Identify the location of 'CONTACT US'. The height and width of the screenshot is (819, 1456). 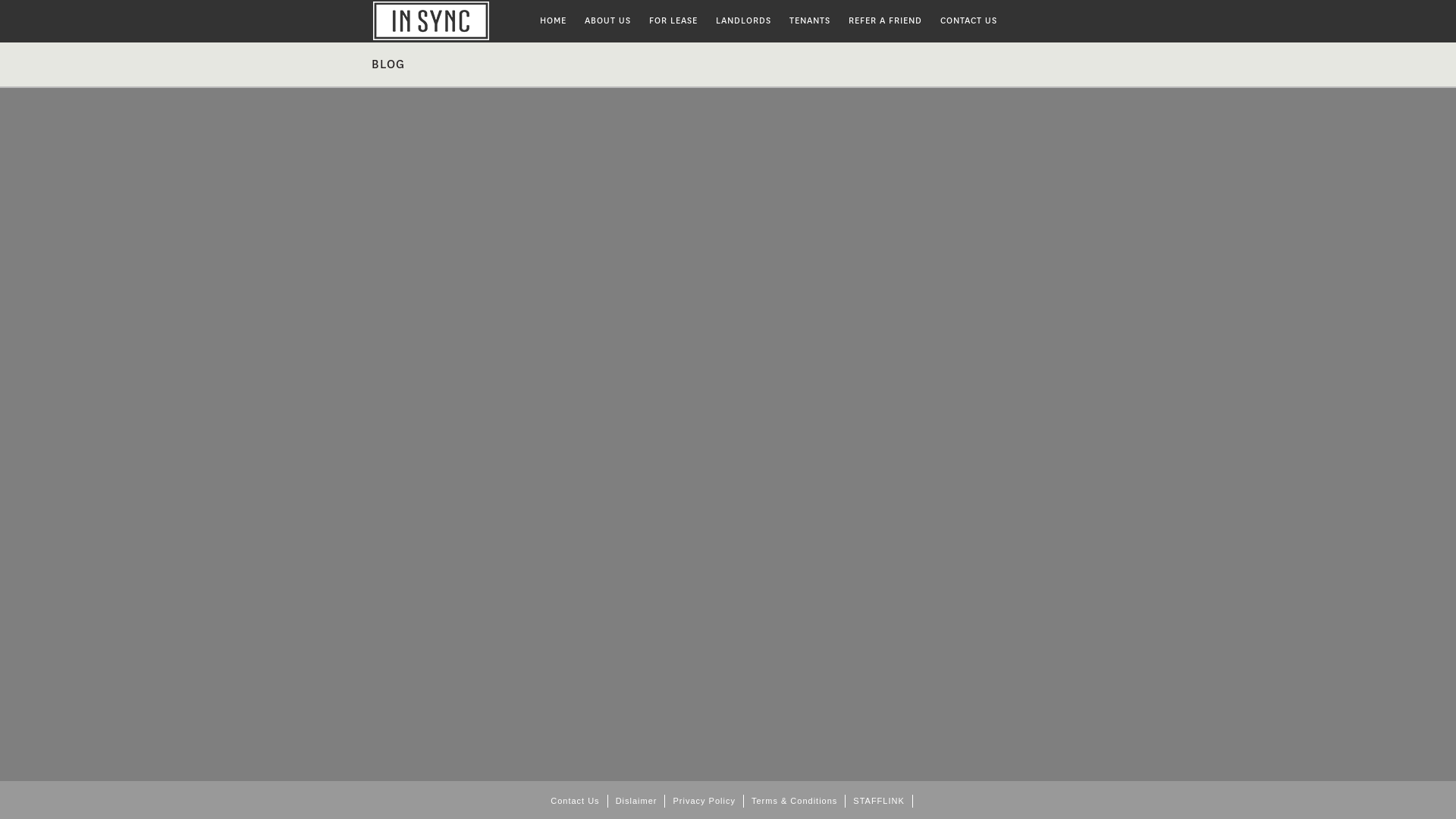
(968, 20).